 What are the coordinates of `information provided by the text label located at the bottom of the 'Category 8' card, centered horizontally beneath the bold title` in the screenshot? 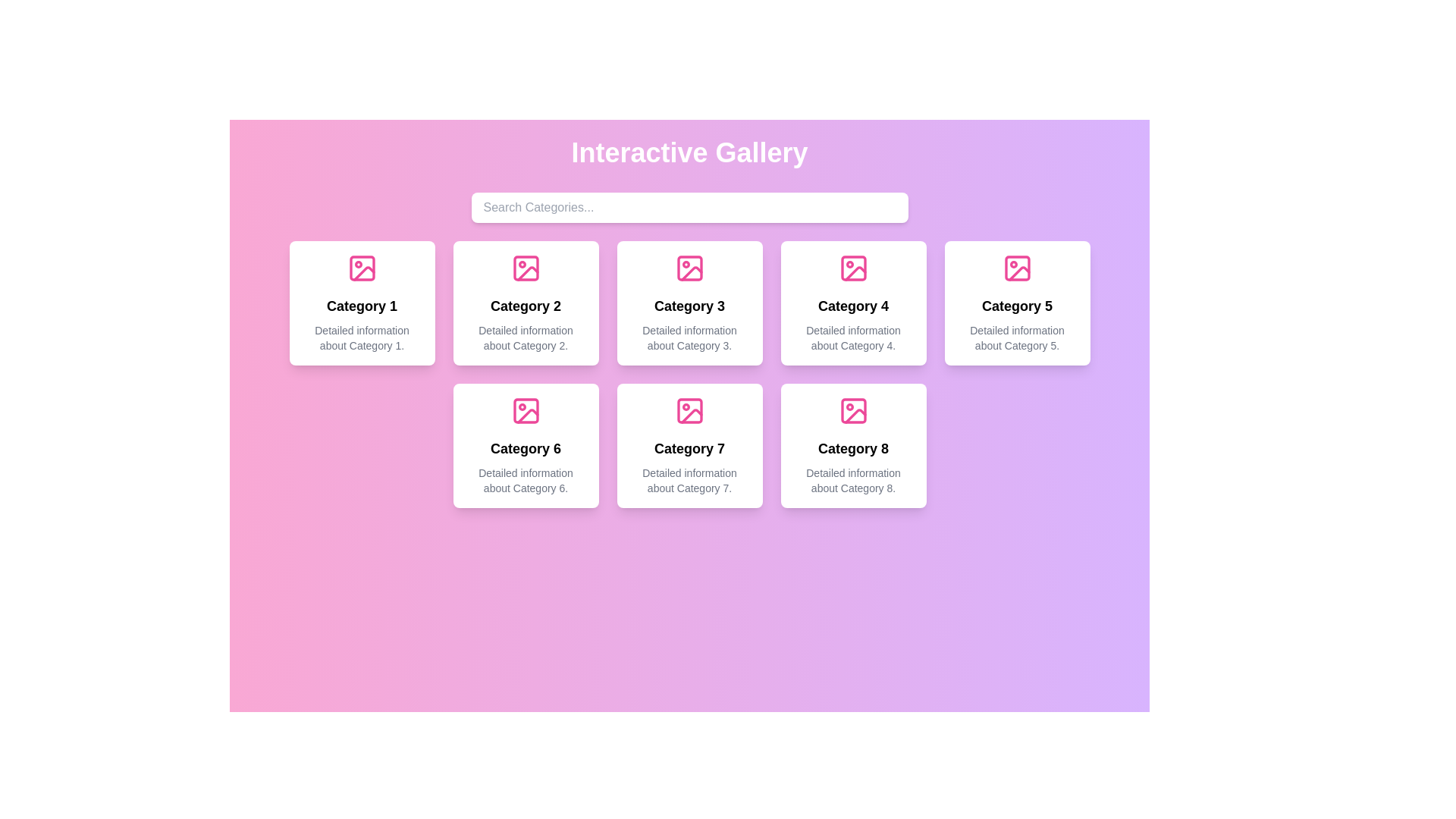 It's located at (853, 480).